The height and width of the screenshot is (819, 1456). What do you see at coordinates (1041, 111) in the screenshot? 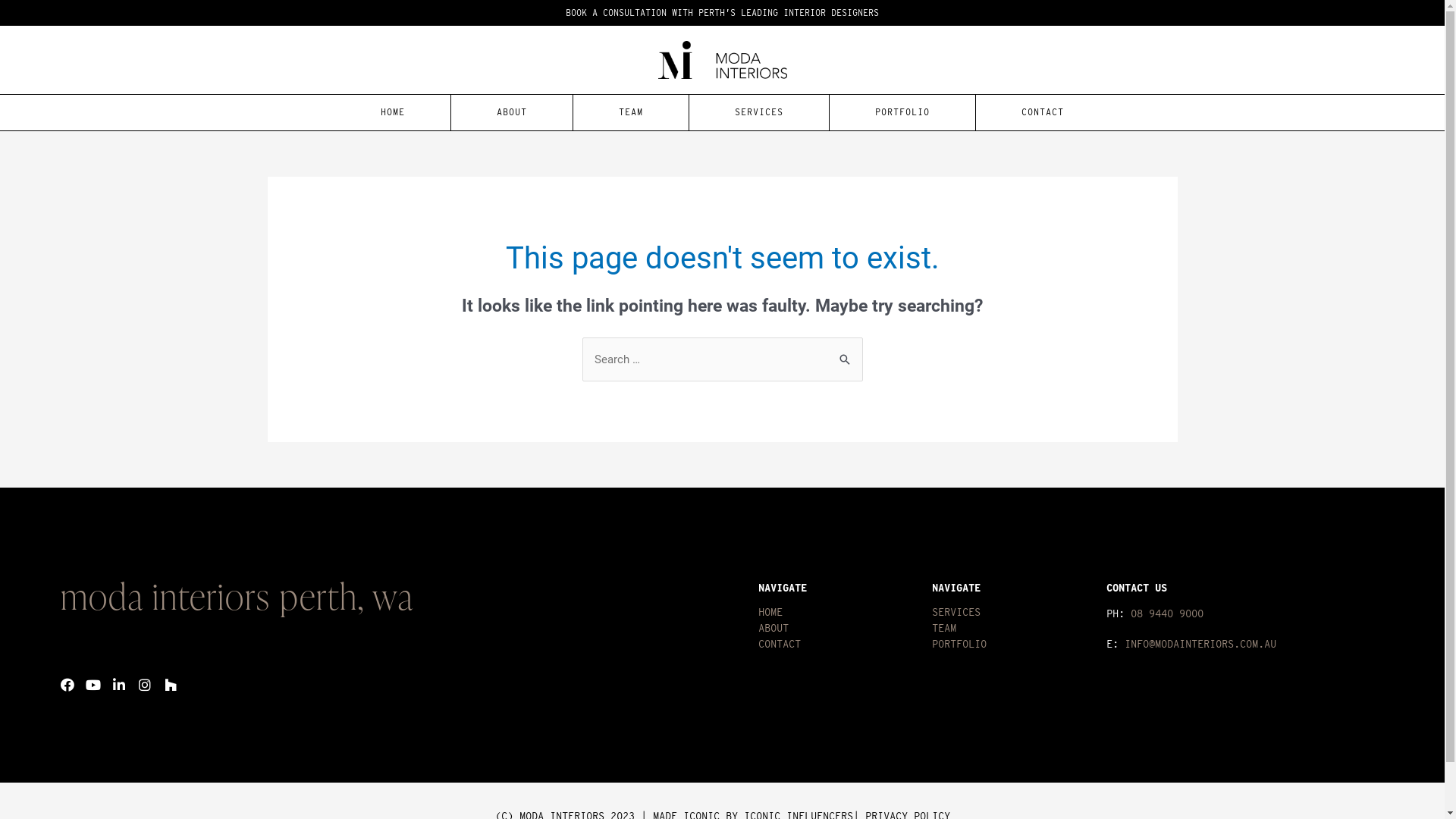
I see `'CONTACT'` at bounding box center [1041, 111].